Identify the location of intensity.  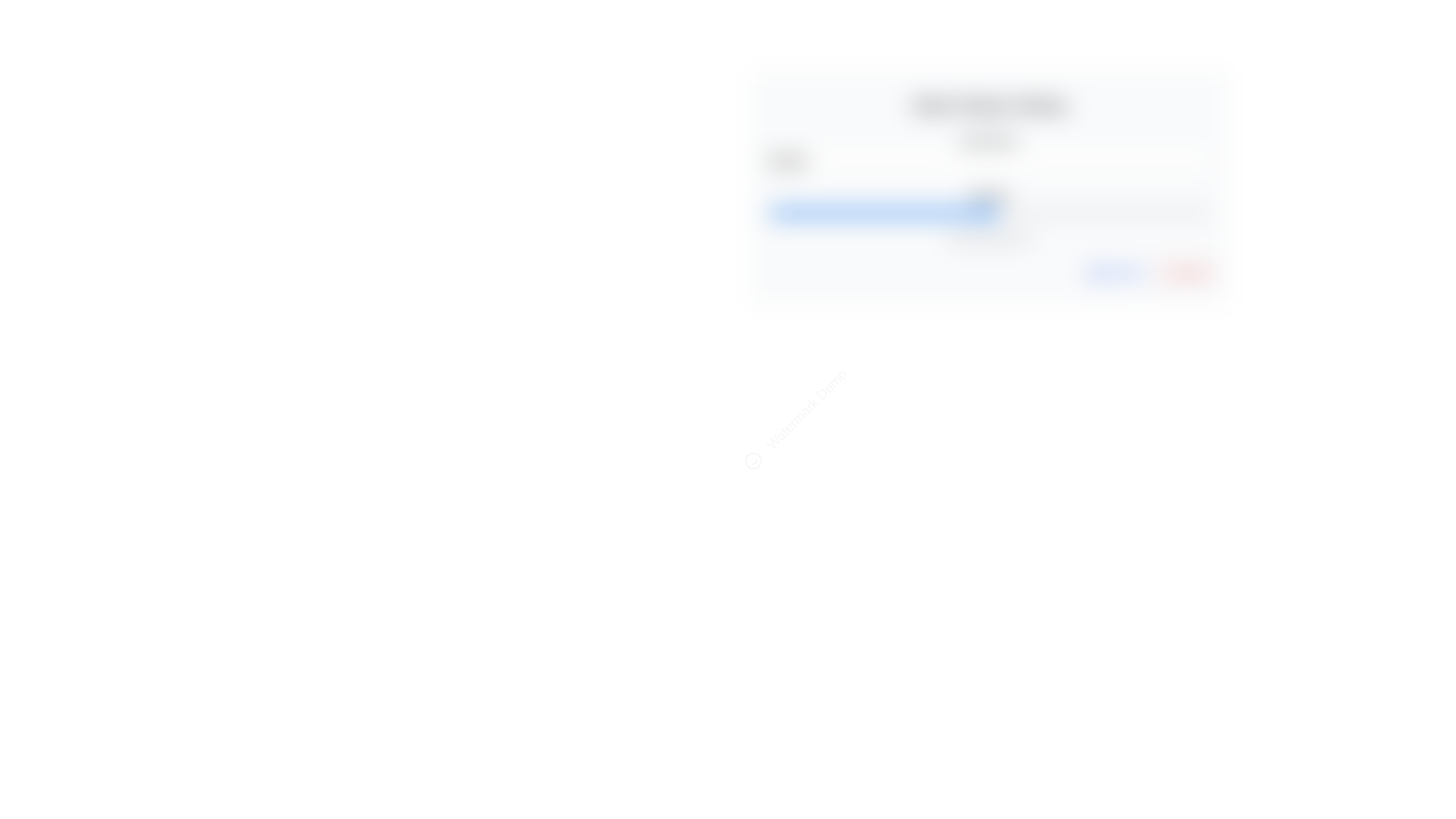
(922, 213).